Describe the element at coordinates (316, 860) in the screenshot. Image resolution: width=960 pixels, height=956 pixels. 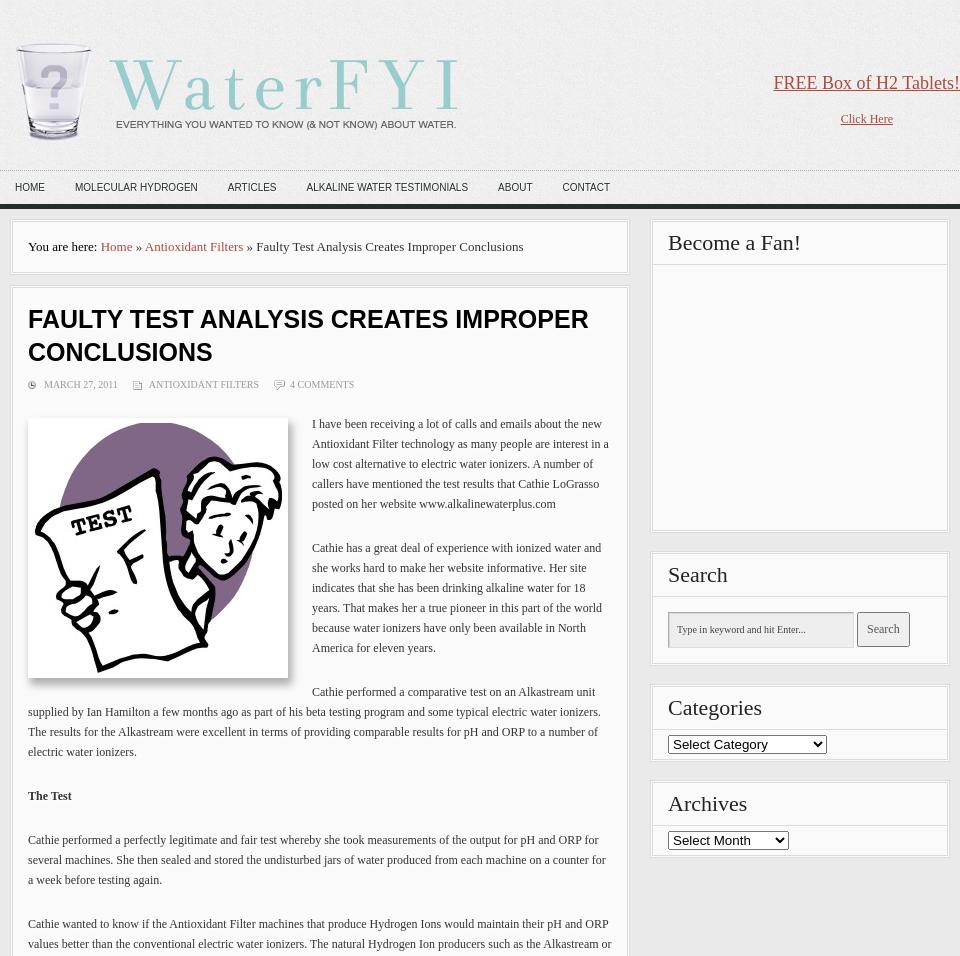
I see `'Cathie performed a perfectly legitimate and fair test whereby she took measurements of the output for pH and ORP for several machines.  She then sealed and stored the undisturbed jars of water produced from each machine on a counter for a week before testing again.'` at that location.